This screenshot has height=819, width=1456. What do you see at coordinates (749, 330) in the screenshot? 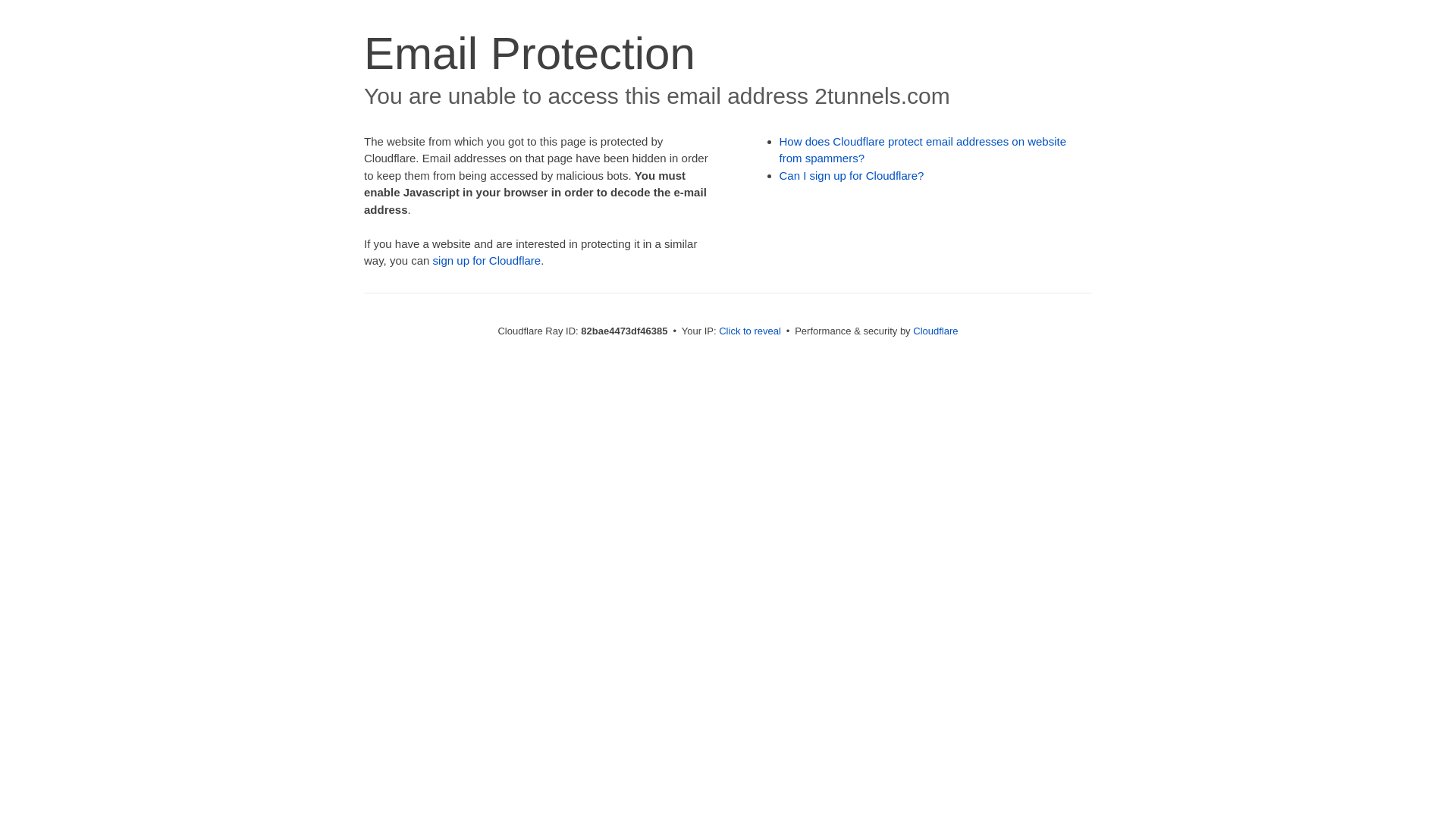
I see `'Click to reveal'` at bounding box center [749, 330].